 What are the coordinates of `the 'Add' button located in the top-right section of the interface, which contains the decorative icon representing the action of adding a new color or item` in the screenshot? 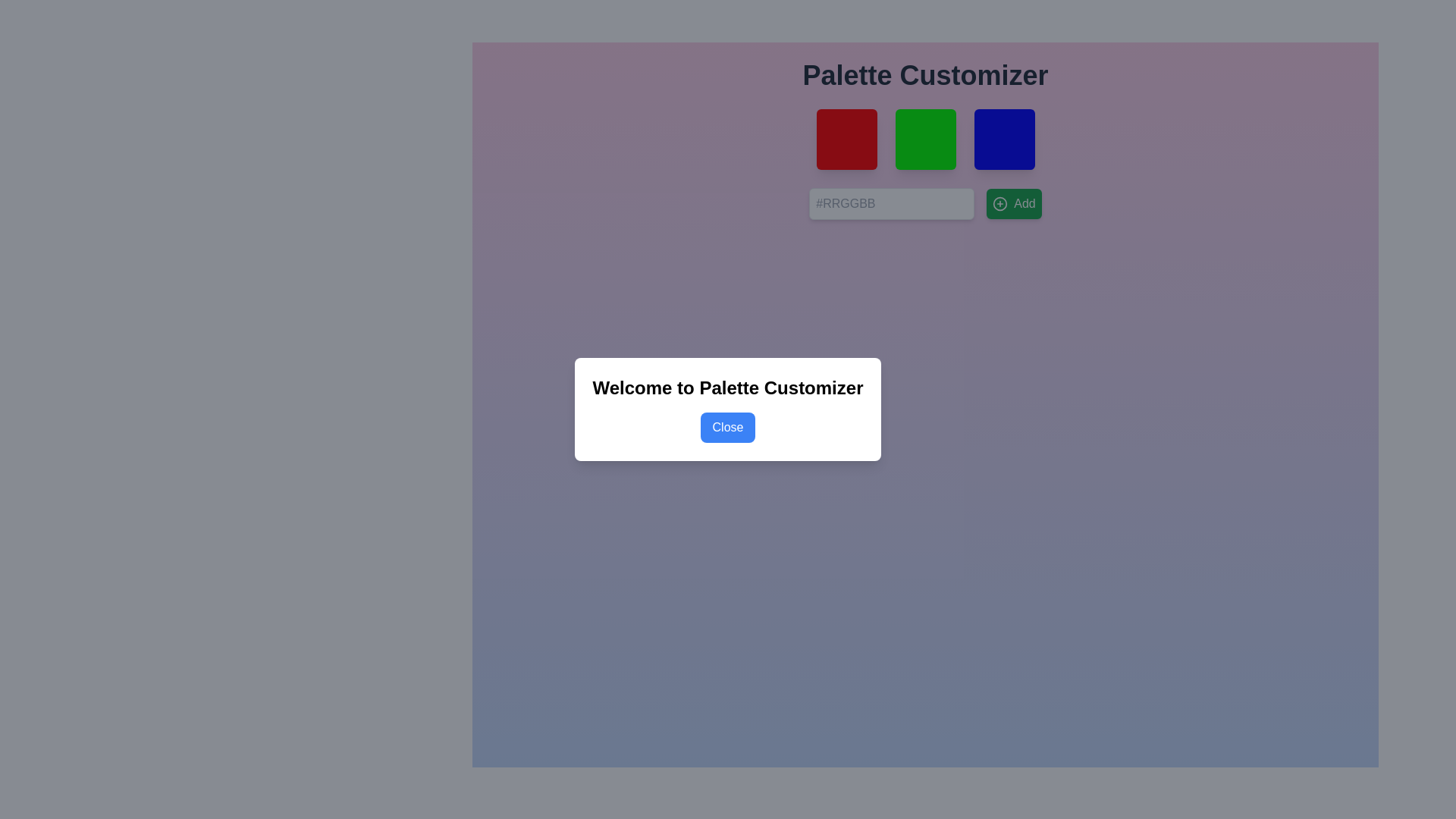 It's located at (1000, 203).